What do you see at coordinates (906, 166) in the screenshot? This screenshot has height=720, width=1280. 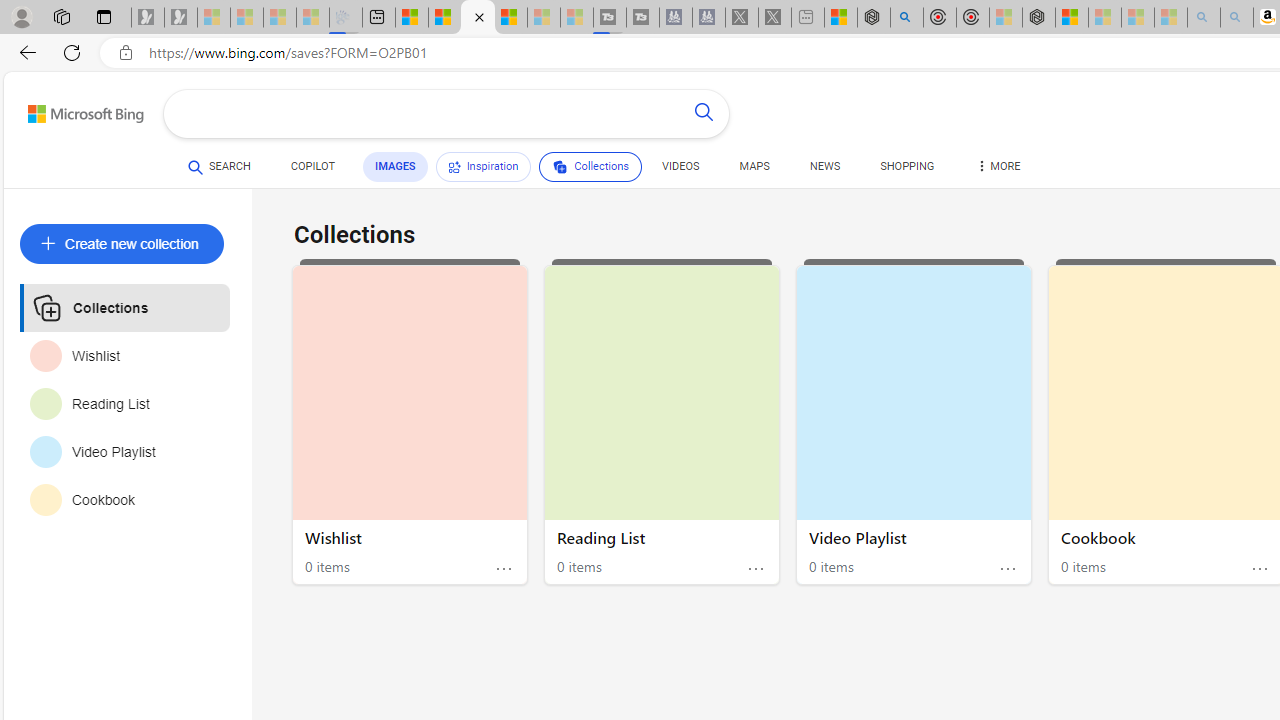 I see `'SHOPPING'` at bounding box center [906, 166].